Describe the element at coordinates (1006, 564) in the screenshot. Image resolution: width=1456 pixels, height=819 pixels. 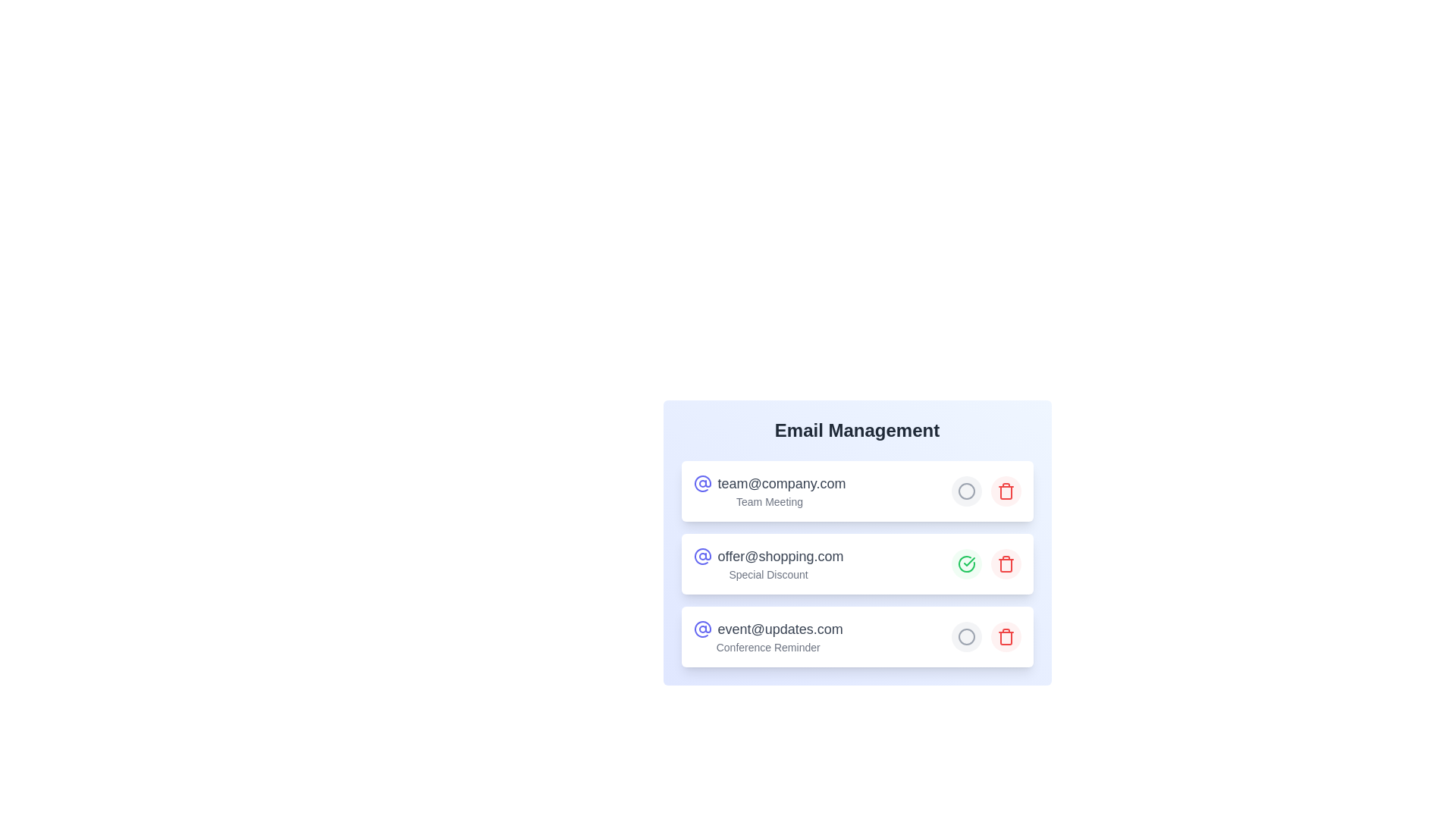
I see `delete button for the email with sender offer@shopping.com` at that location.